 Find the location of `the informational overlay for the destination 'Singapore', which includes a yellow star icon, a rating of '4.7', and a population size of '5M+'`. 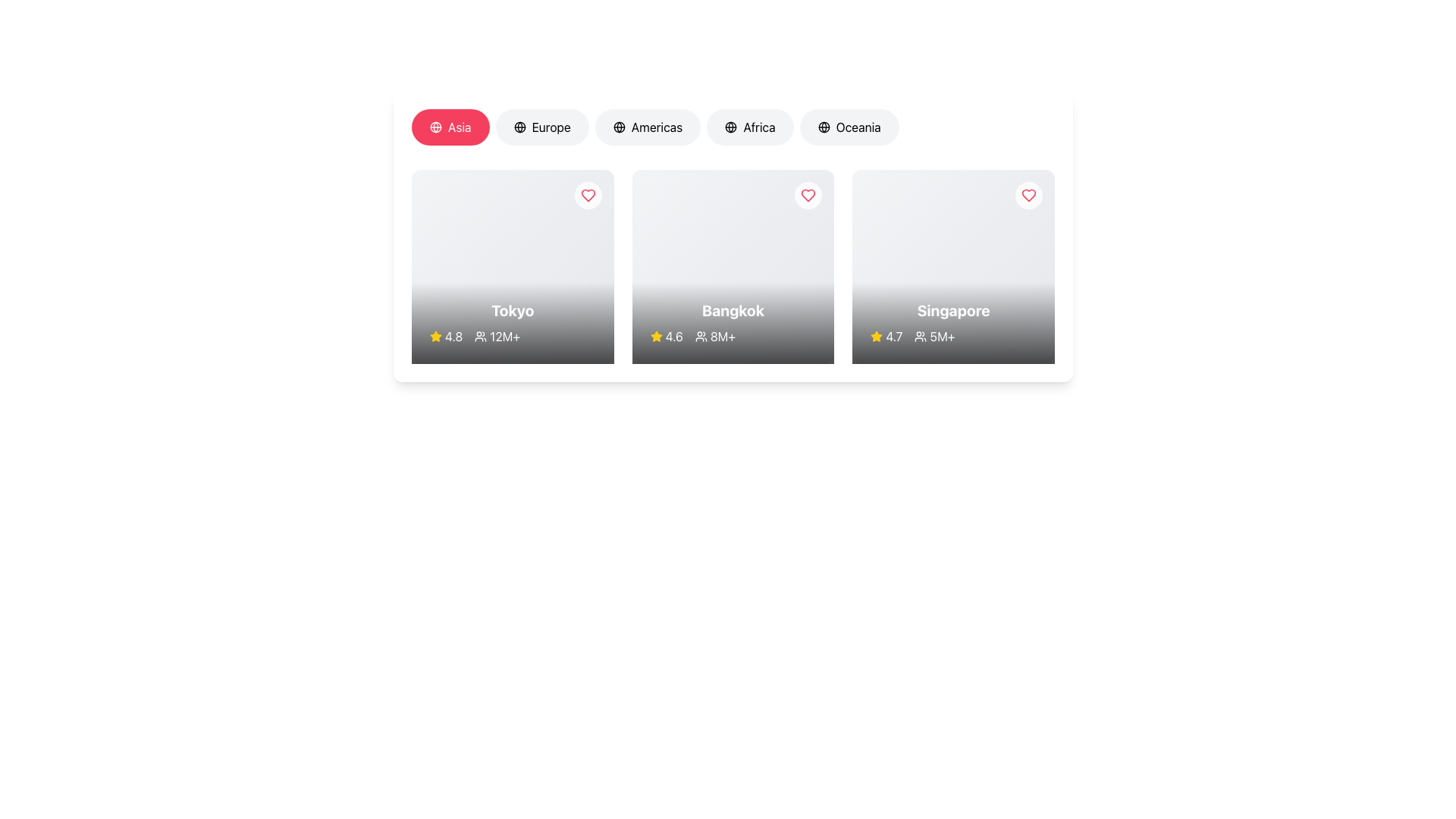

the informational overlay for the destination 'Singapore', which includes a yellow star icon, a rating of '4.7', and a population size of '5M+' is located at coordinates (952, 322).